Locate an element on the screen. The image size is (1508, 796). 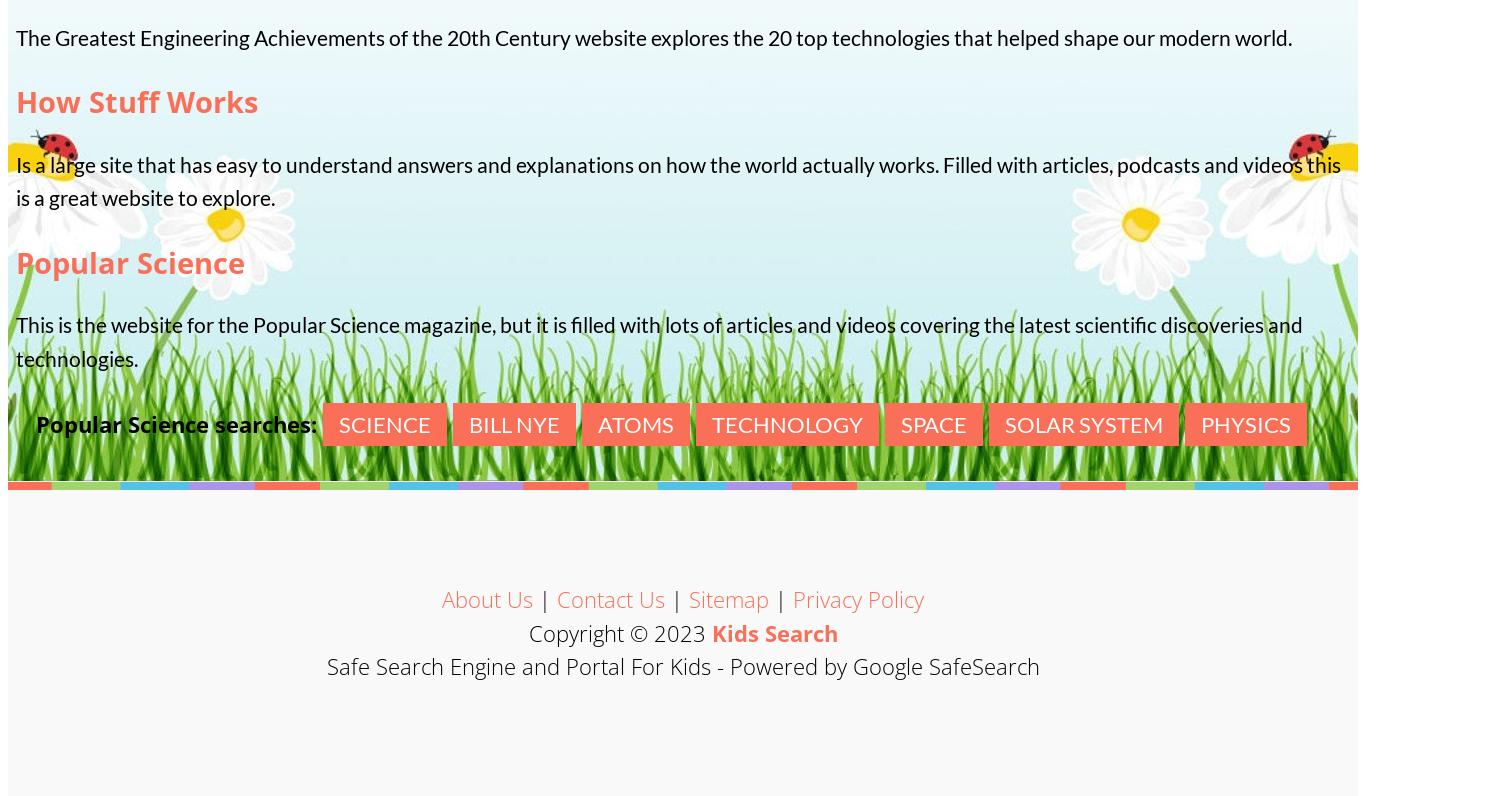
'Kids Search' is located at coordinates (774, 632).